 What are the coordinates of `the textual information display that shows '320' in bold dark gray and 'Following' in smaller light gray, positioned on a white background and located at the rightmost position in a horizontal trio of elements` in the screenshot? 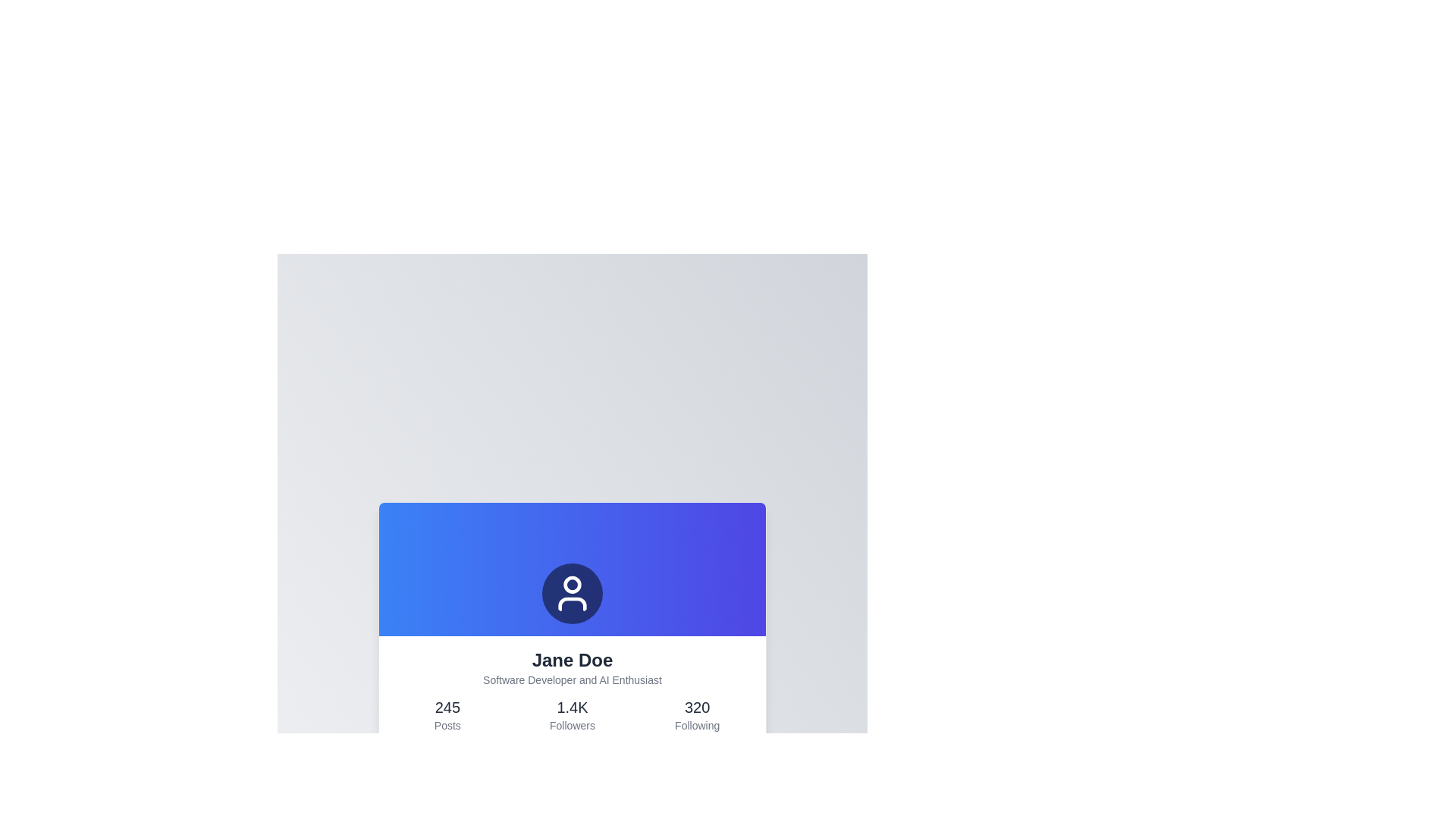 It's located at (696, 714).